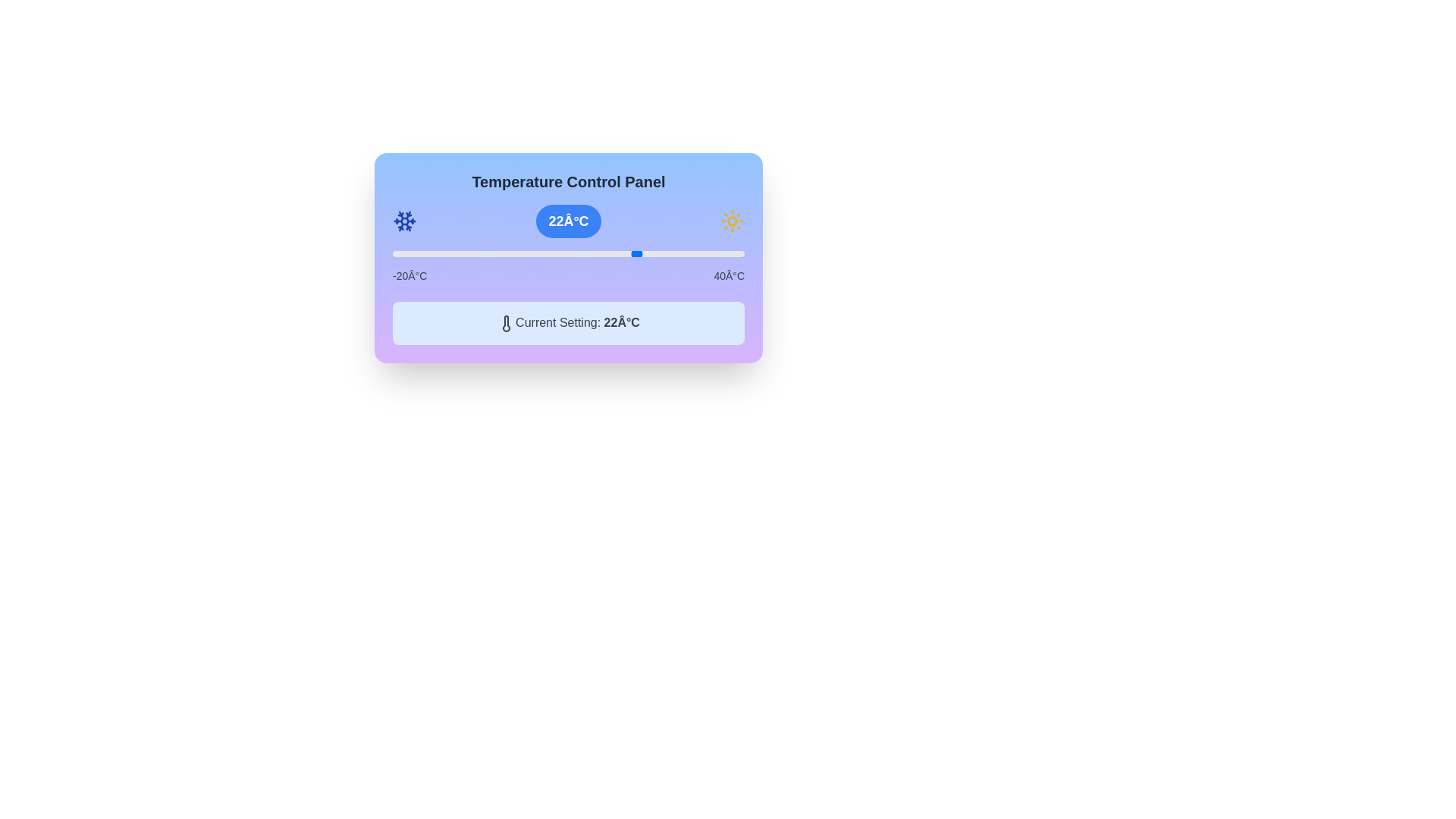 This screenshot has height=819, width=1456. I want to click on the slider to set the temperature to -7°C, so click(468, 253).